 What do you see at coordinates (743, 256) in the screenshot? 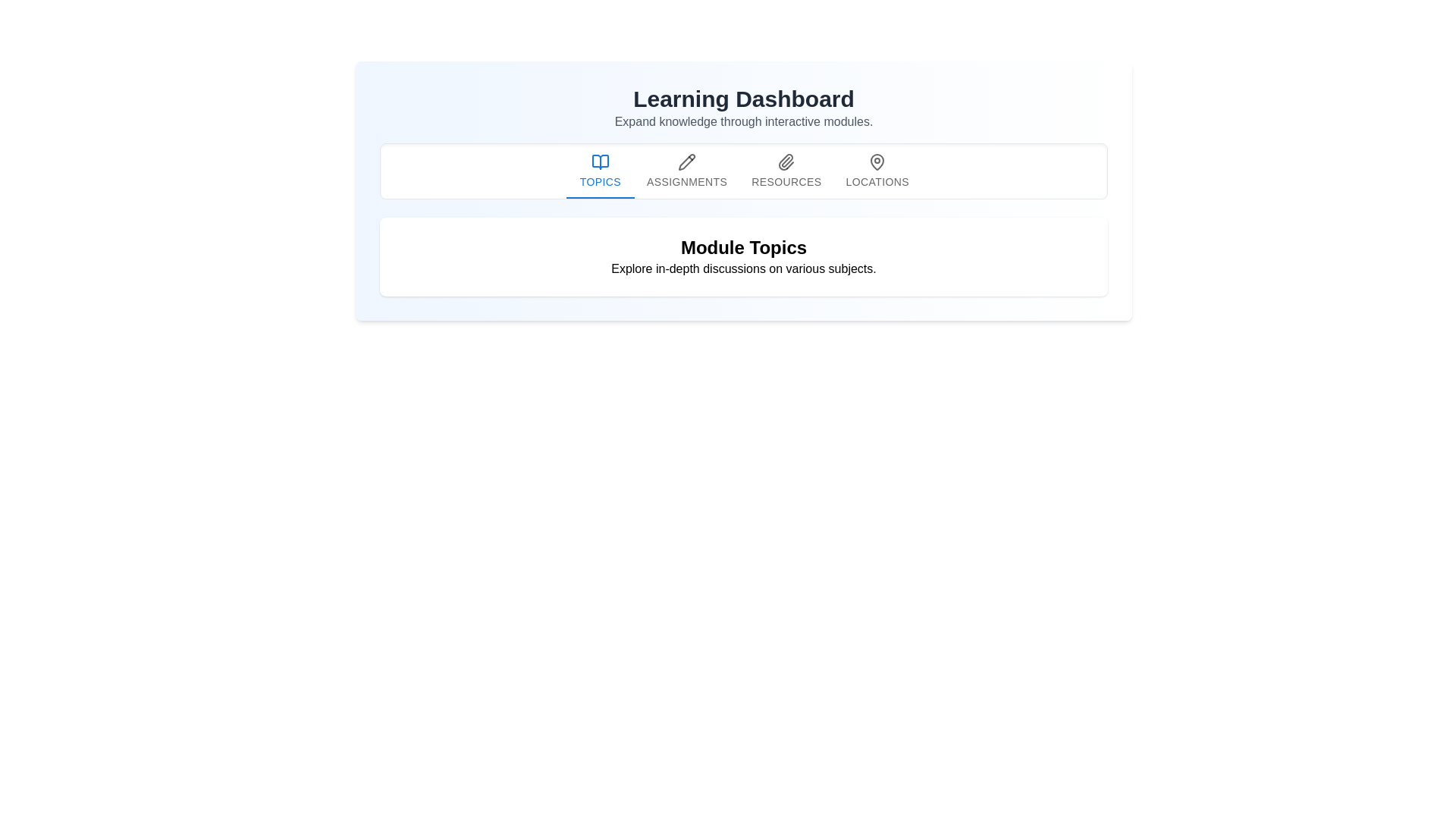
I see `the central Text block that serves as an introductory section for the 'Module Topics', providing a title and brief explanation, located below the 'Learning Dashboard' navigation bar` at bounding box center [743, 256].